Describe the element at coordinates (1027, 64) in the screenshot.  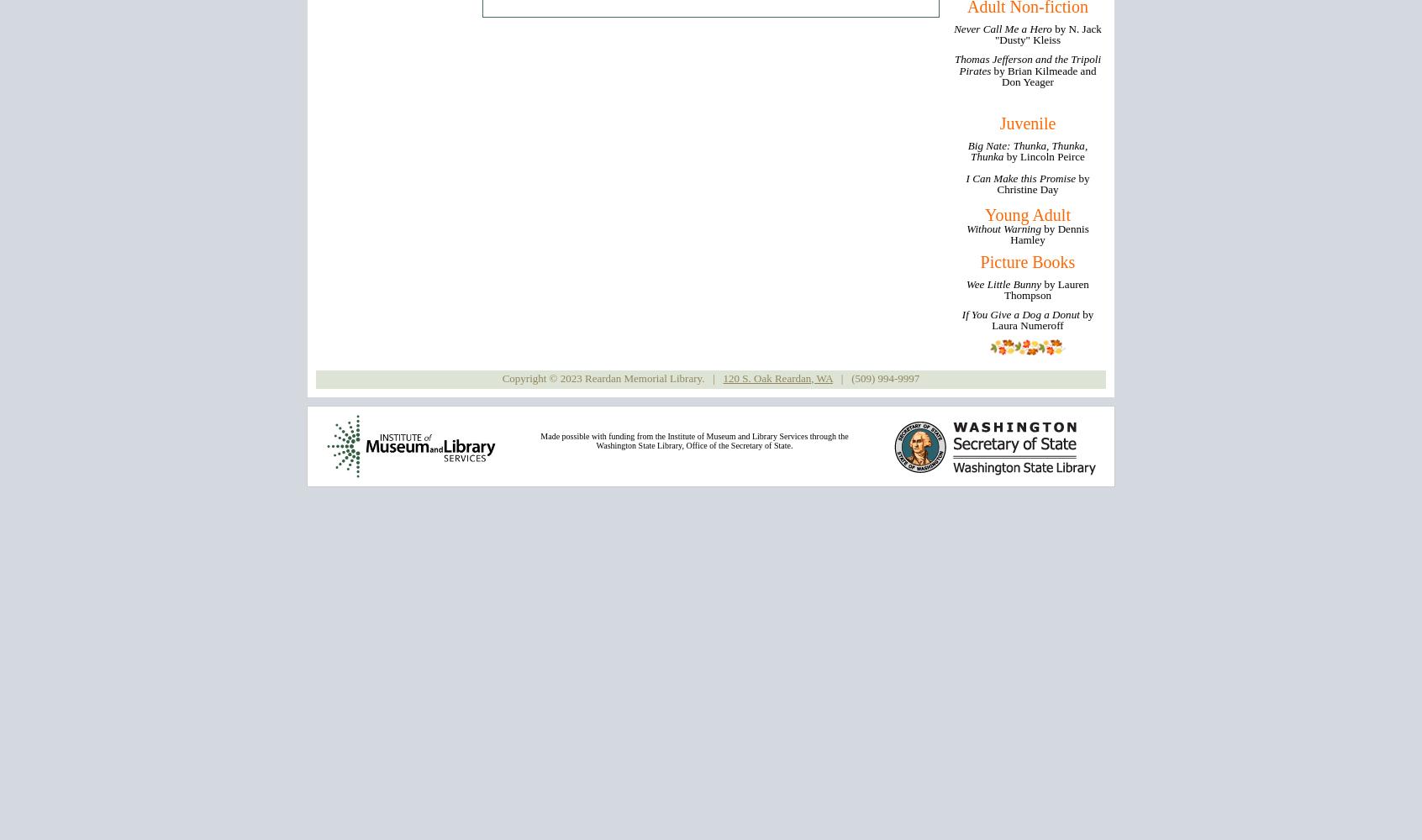
I see `'Thomas Jefferson and the Tripoli Pirates'` at that location.